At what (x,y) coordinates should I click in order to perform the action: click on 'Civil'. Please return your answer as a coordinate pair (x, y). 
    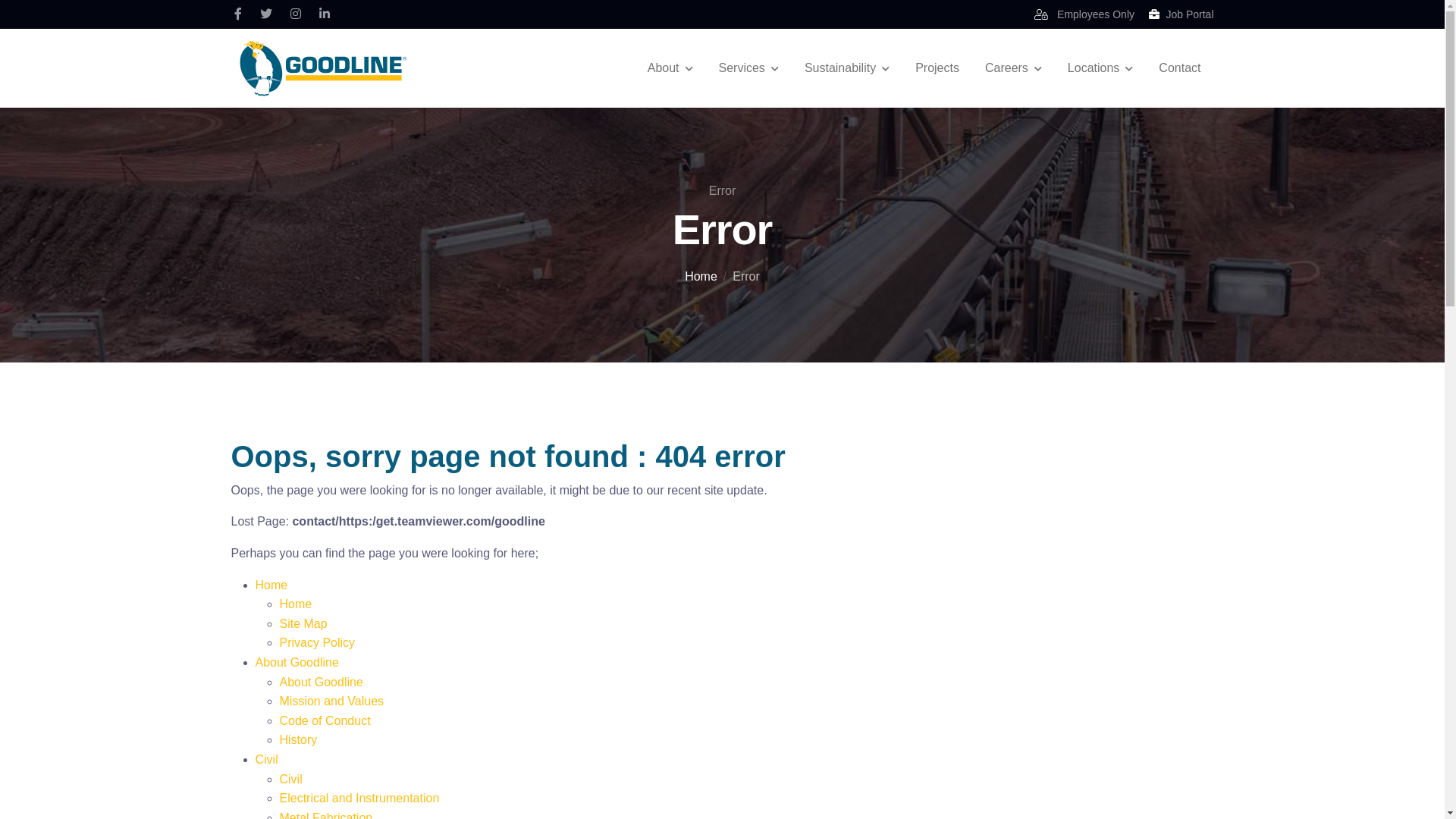
    Looking at the image, I should click on (290, 779).